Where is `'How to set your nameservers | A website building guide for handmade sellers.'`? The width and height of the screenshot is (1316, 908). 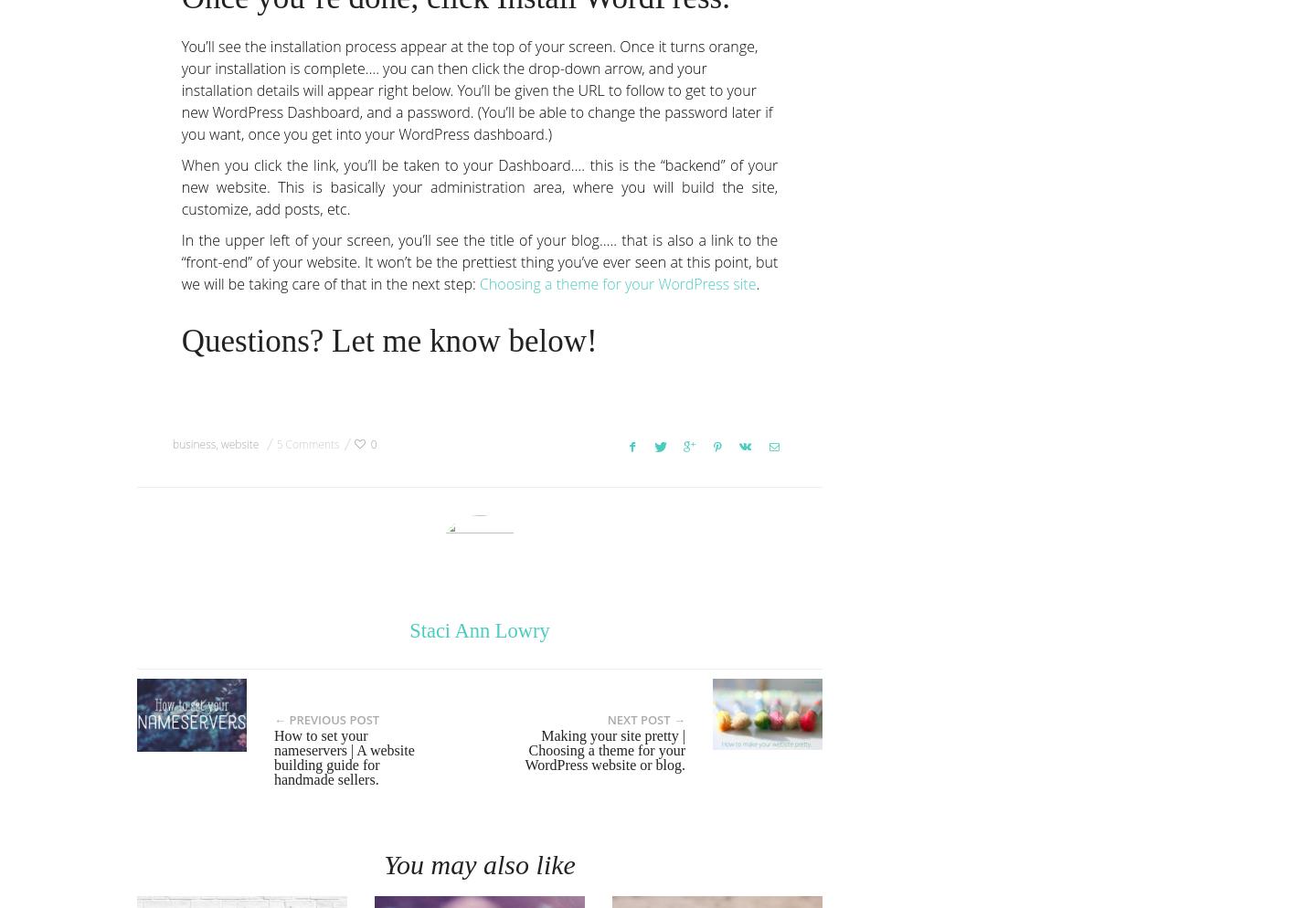
'How to set your nameservers | A website building guide for handmade sellers.' is located at coordinates (343, 755).